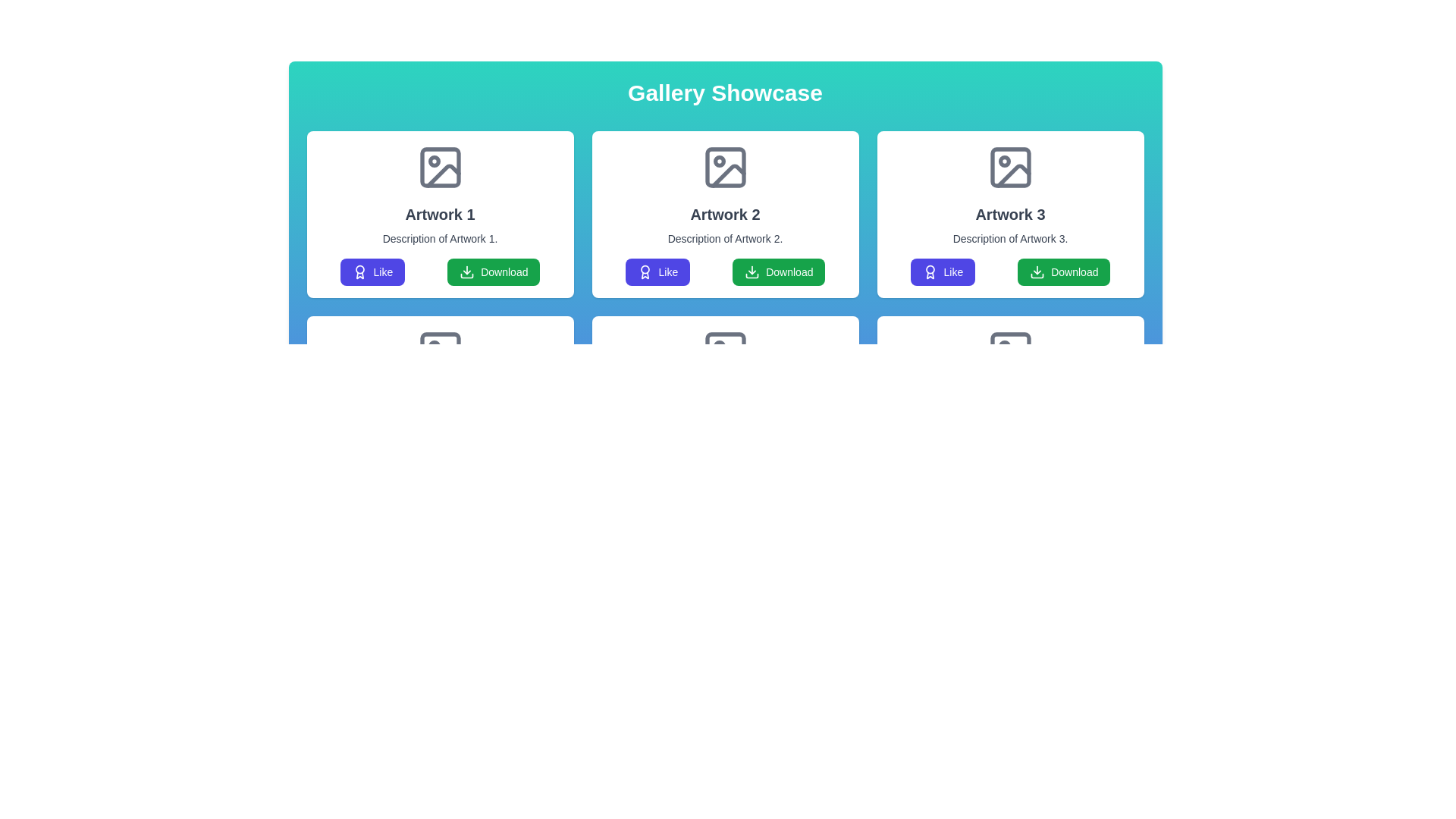 The image size is (1456, 819). I want to click on the text block that displays 'Description of Artwork 1.' located beneath the title 'Artwork 1' in the card component, so click(439, 239).